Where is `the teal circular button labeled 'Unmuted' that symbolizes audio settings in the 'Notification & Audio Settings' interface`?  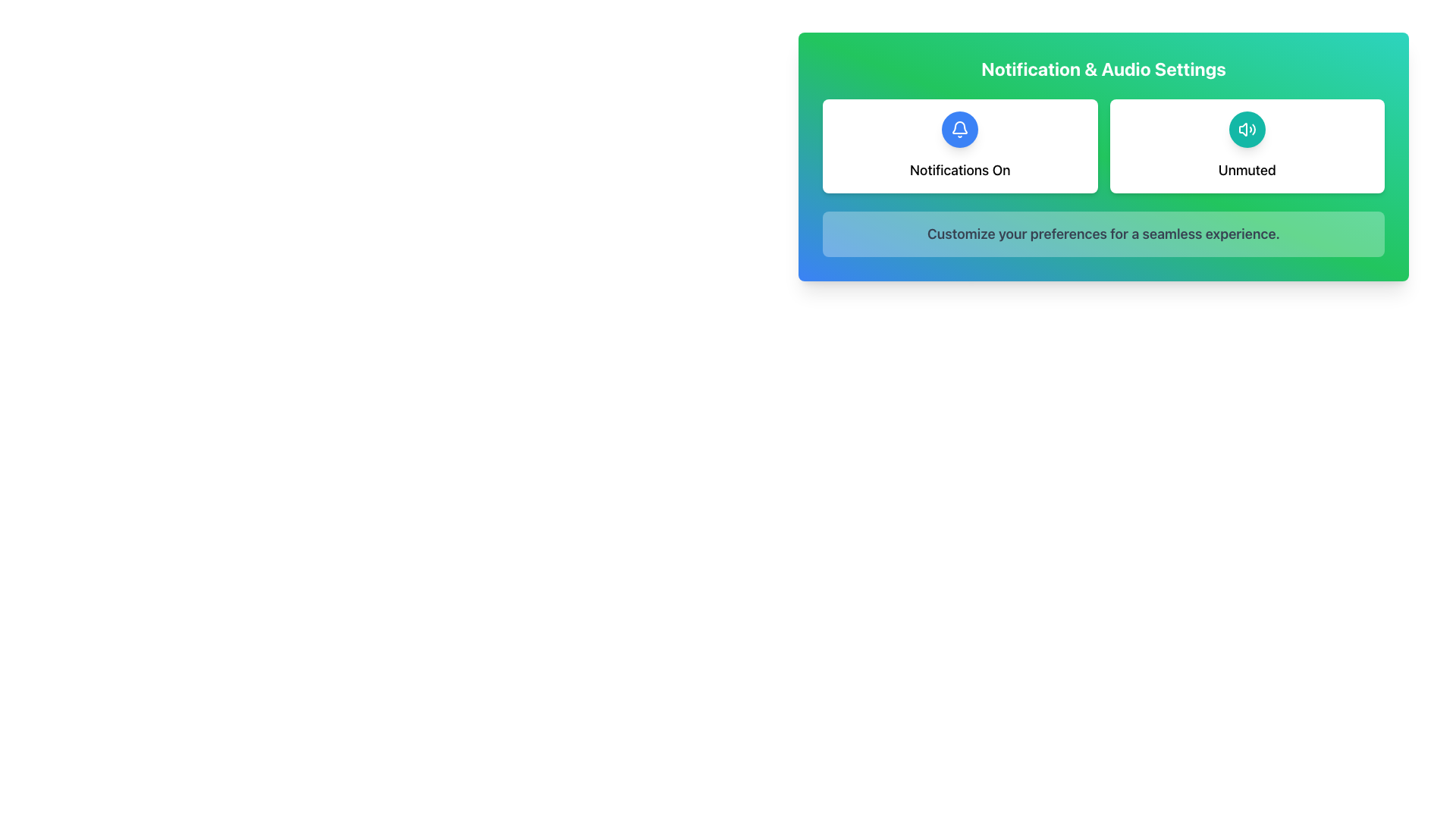
the teal circular button labeled 'Unmuted' that symbolizes audio settings in the 'Notification & Audio Settings' interface is located at coordinates (1247, 128).